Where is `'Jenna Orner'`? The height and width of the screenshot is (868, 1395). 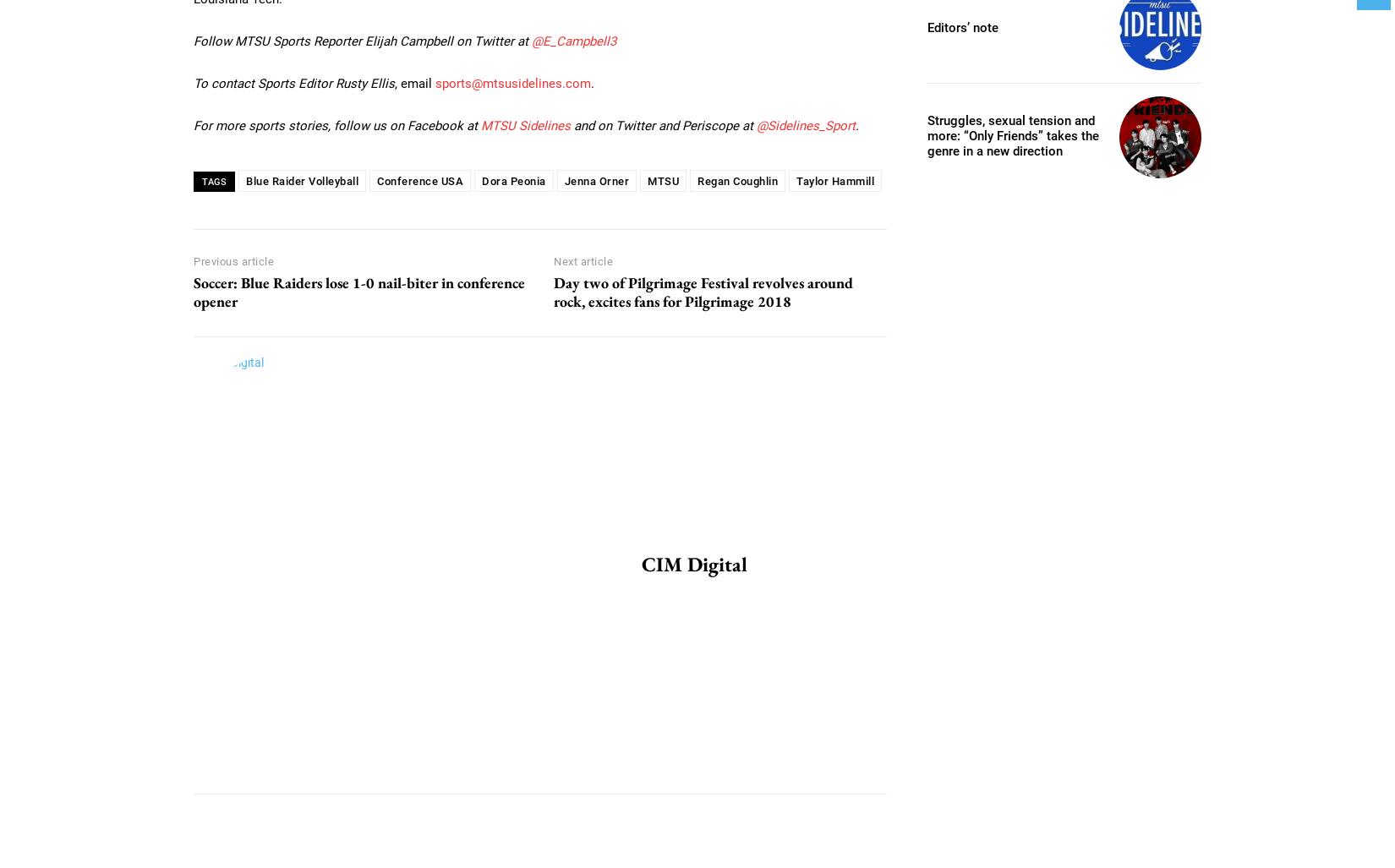 'Jenna Orner' is located at coordinates (595, 179).